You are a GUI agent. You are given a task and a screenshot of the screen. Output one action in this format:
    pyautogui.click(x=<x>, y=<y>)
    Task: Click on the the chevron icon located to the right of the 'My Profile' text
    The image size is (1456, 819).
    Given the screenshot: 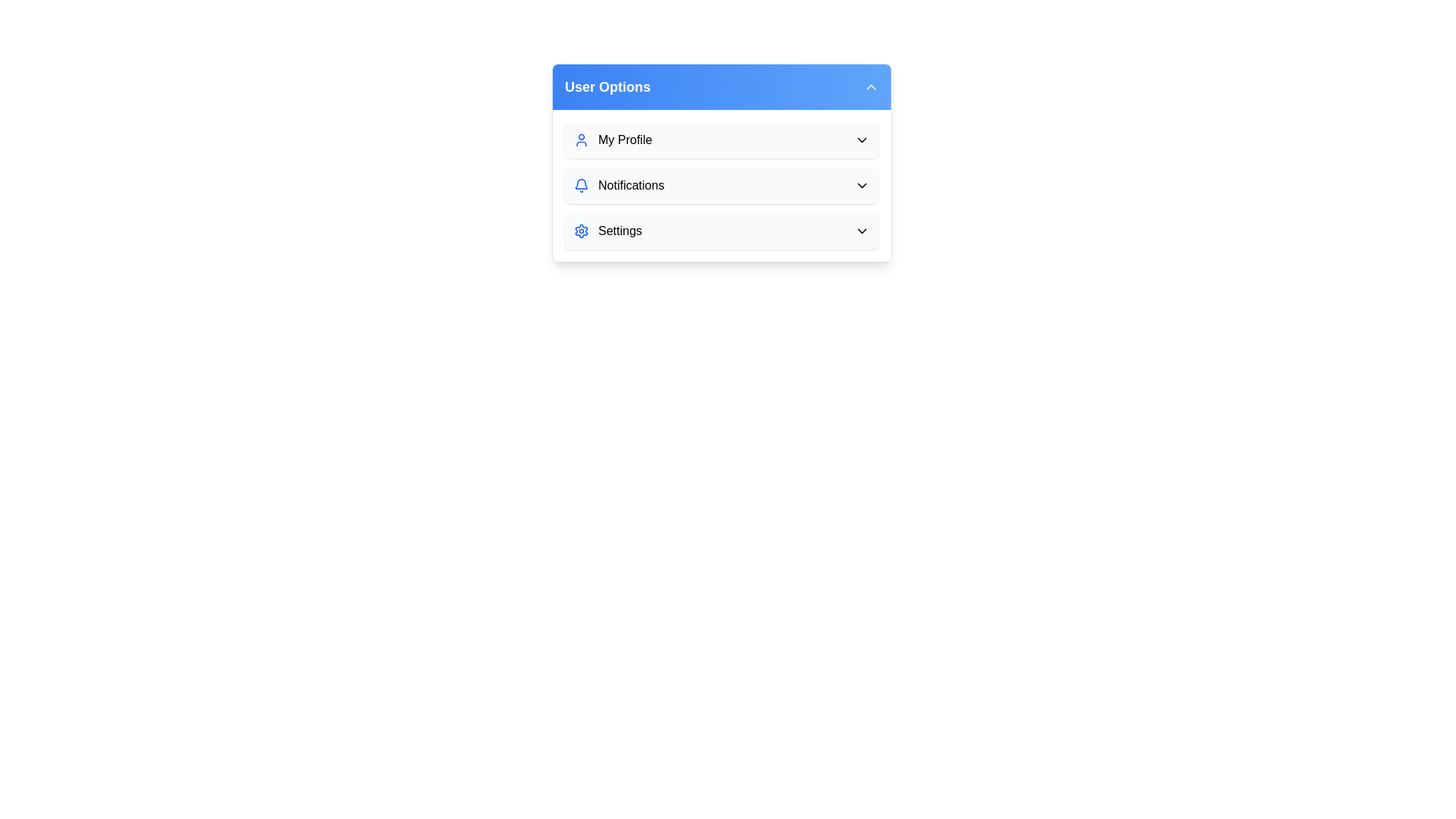 What is the action you would take?
    pyautogui.click(x=862, y=140)
    